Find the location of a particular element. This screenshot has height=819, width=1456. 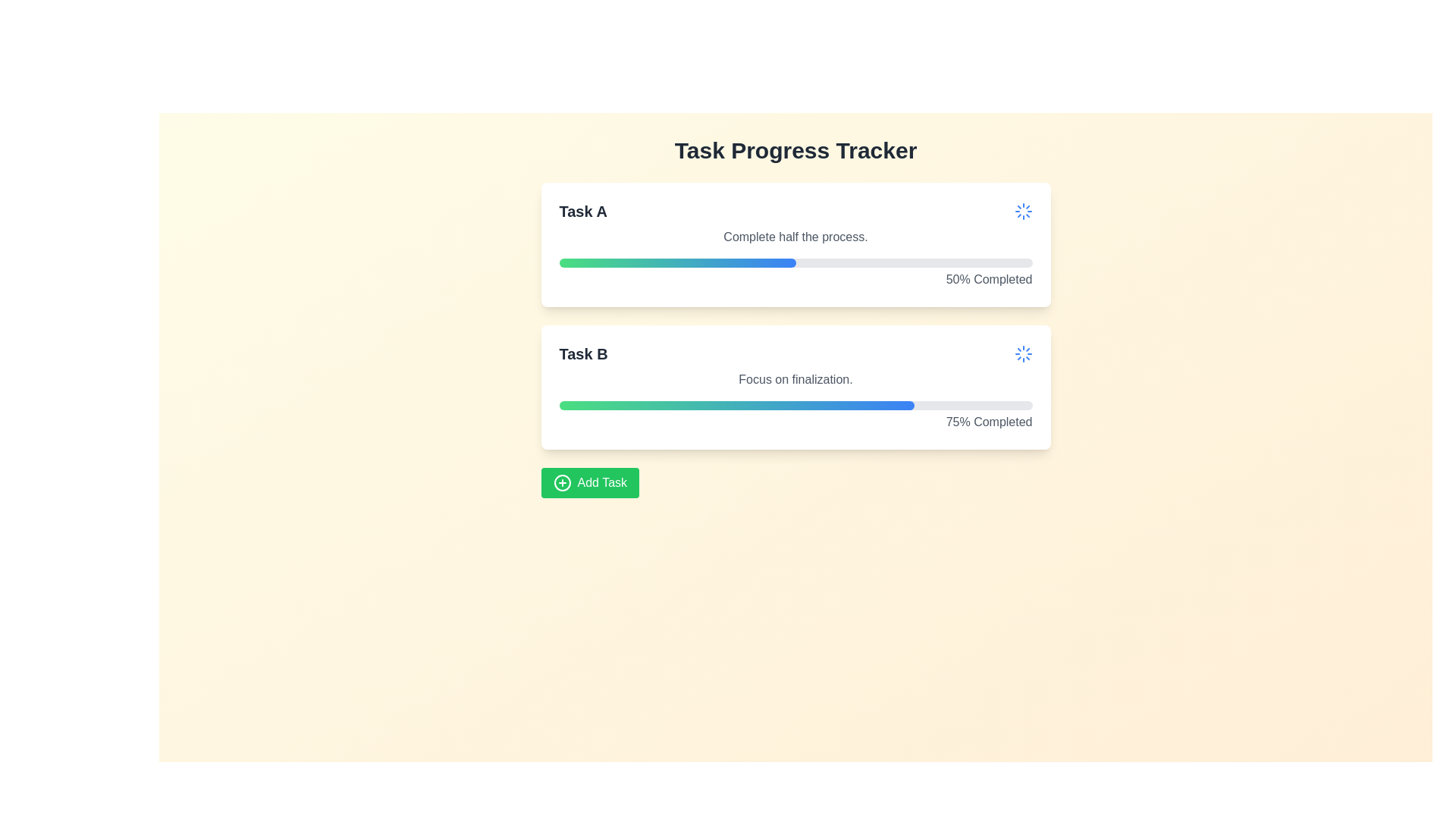

the progress bar that visually displays the progress of 'Task B', located within the card labeled 'Task B' in the 'Task Progress Tracker' section is located at coordinates (795, 405).